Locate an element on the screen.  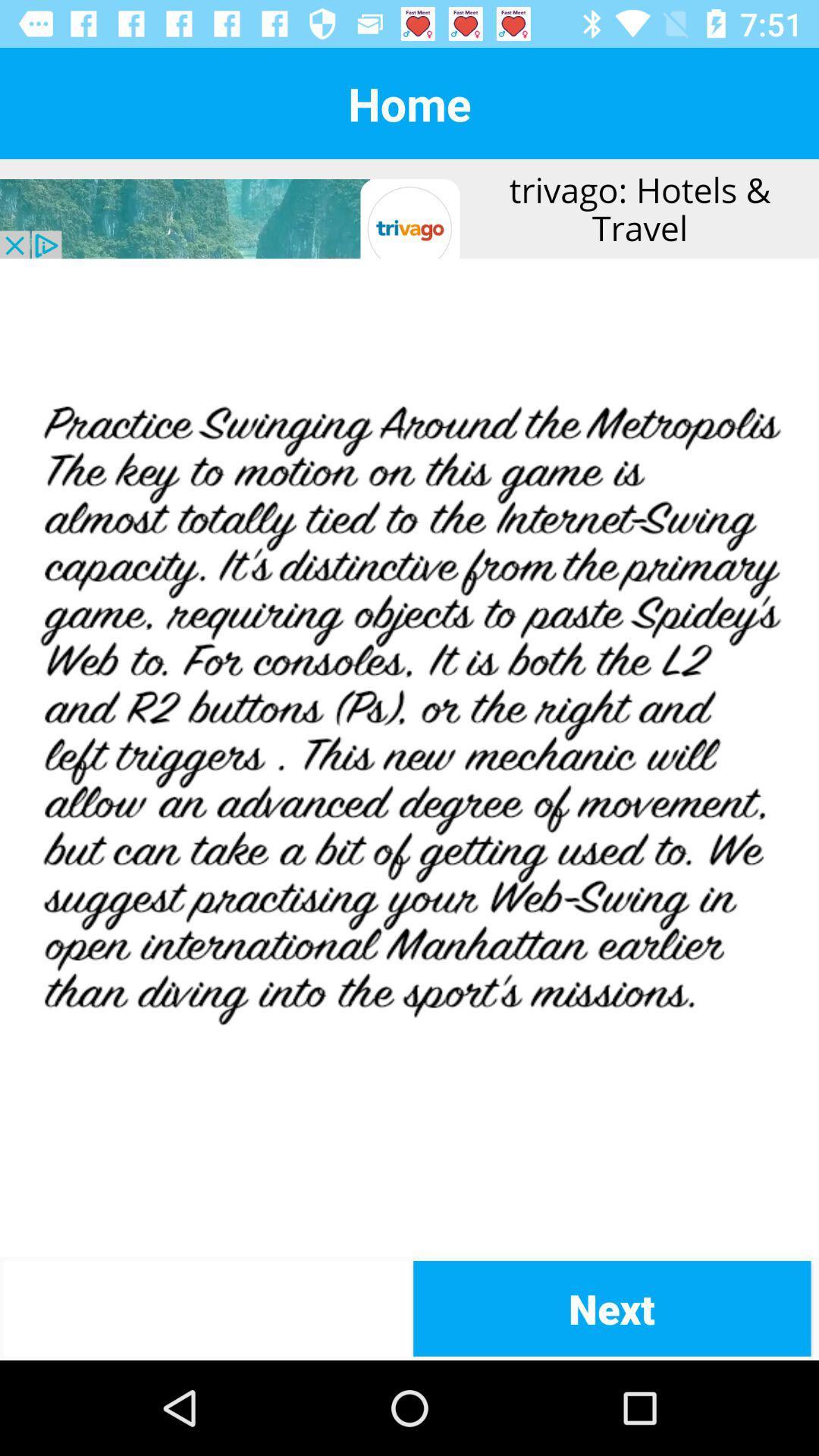
advertisement at top is located at coordinates (409, 208).